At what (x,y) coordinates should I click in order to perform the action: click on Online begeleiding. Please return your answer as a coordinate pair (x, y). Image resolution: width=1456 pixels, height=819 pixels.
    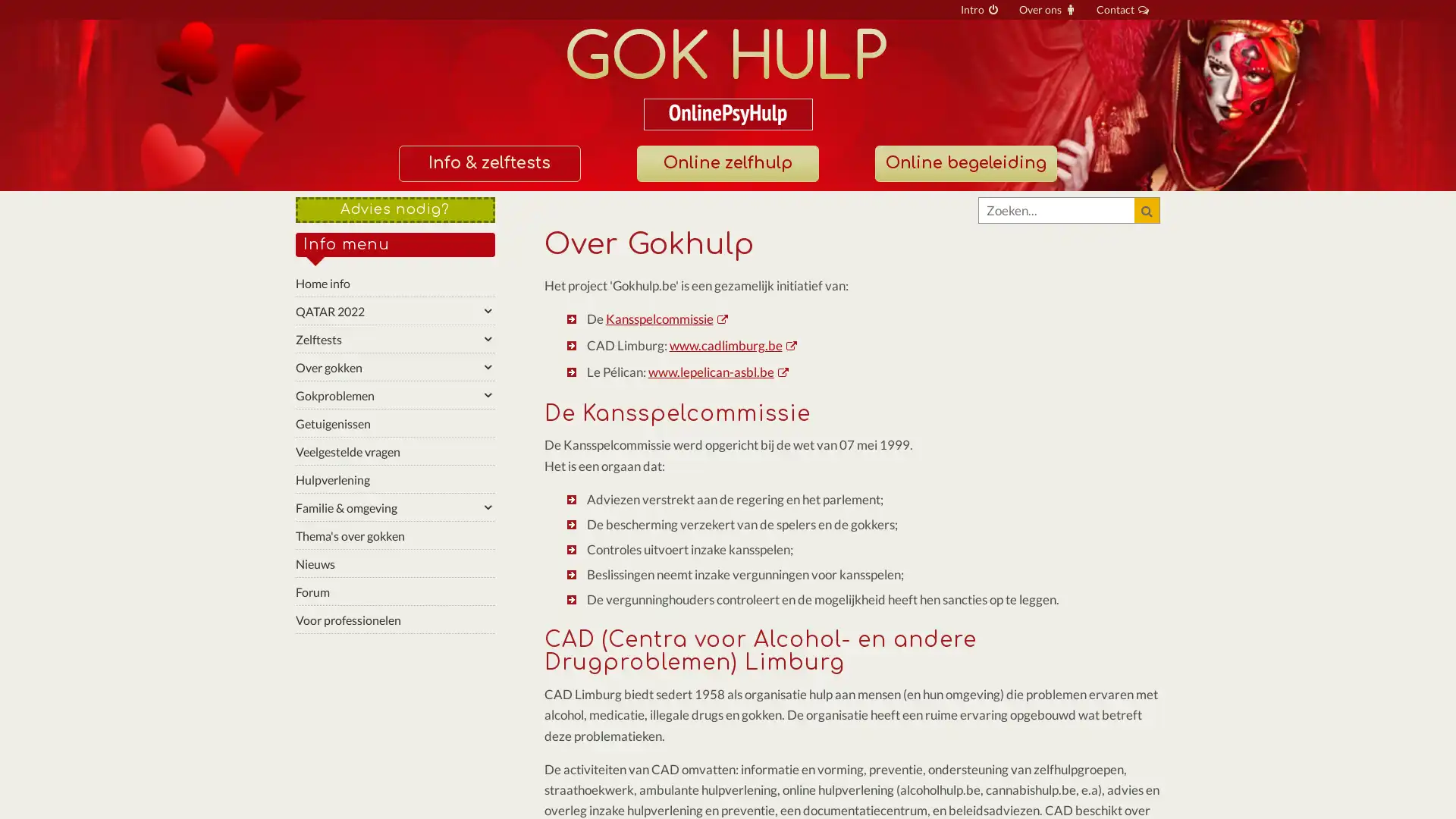
    Looking at the image, I should click on (964, 163).